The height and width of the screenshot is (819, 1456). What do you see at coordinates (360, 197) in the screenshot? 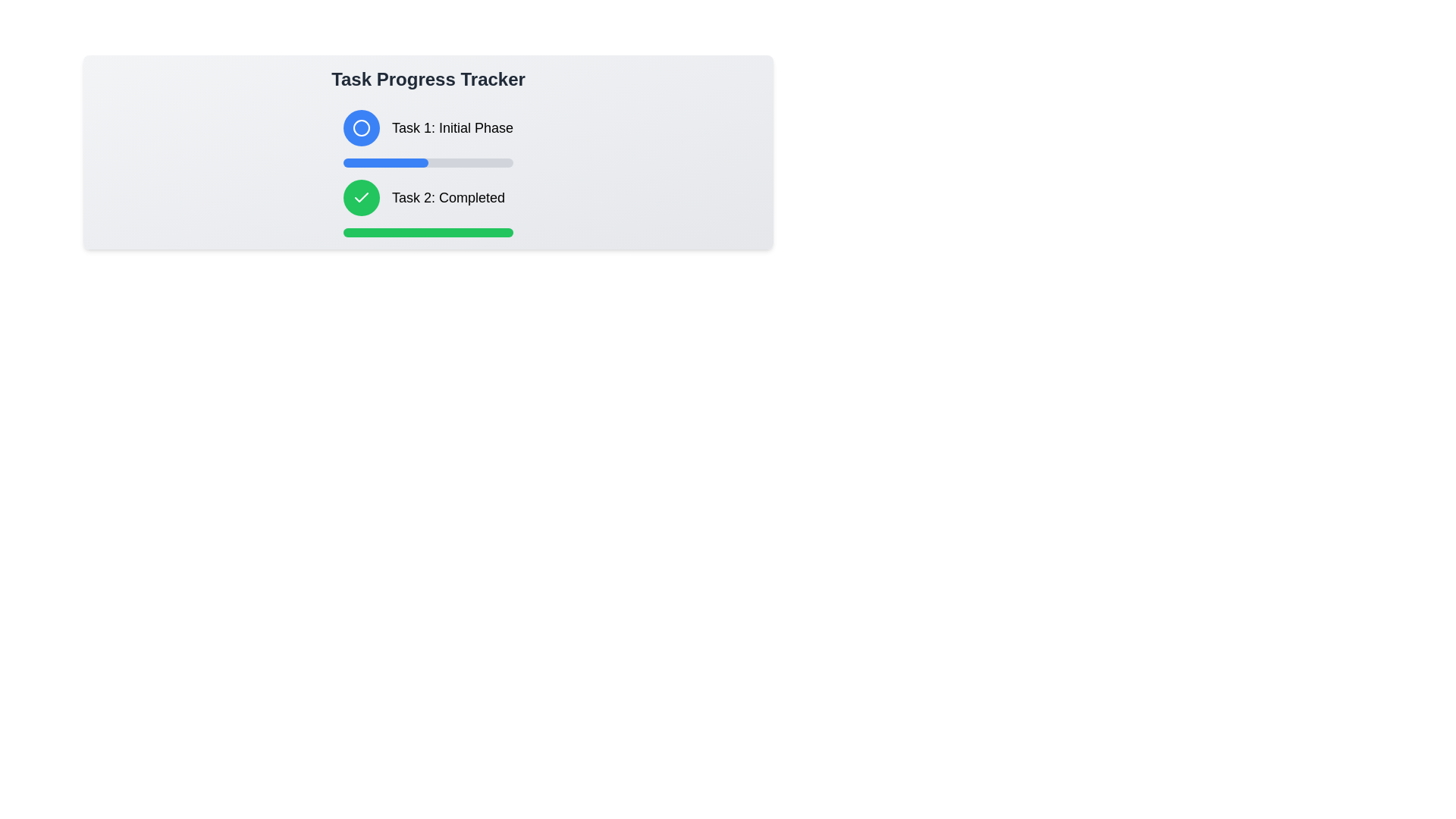
I see `the green circular icon with a white checkmark in its center, which indicates a completed task, located to the left of the text 'Task 2: Completed'` at bounding box center [360, 197].